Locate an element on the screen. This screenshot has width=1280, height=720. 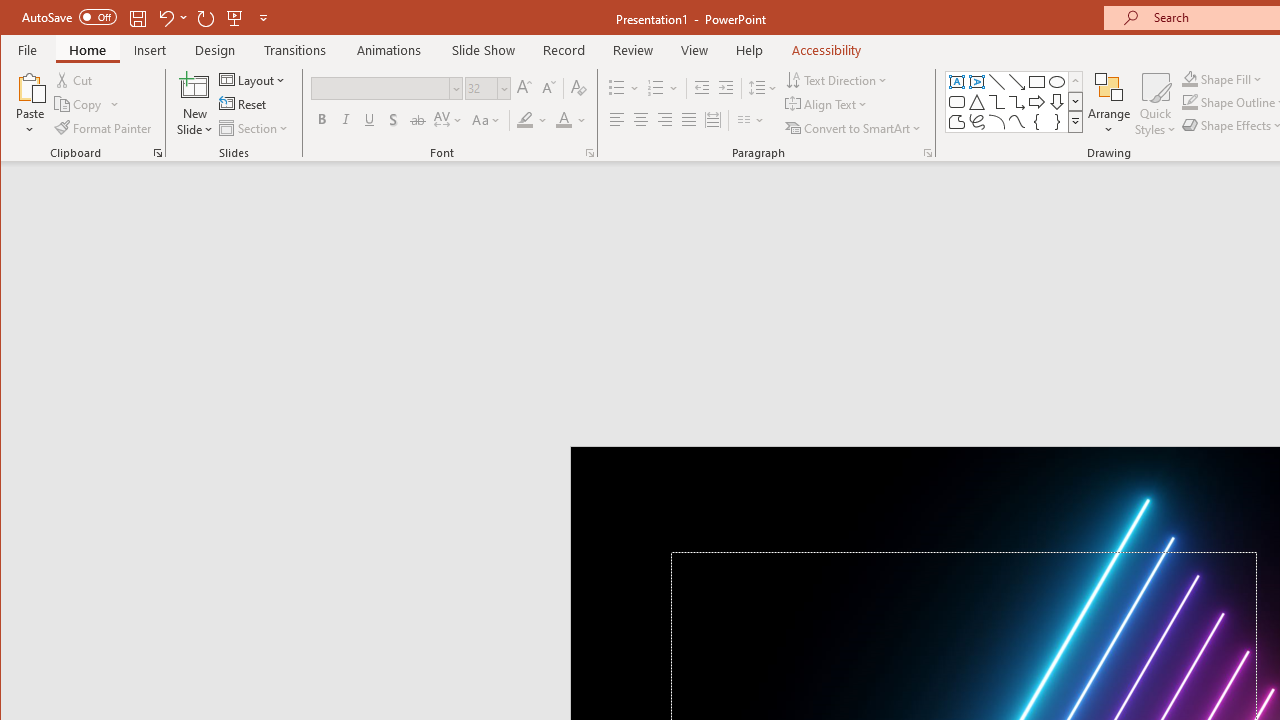
'Shape Fill Orange, Accent 2' is located at coordinates (1189, 78).